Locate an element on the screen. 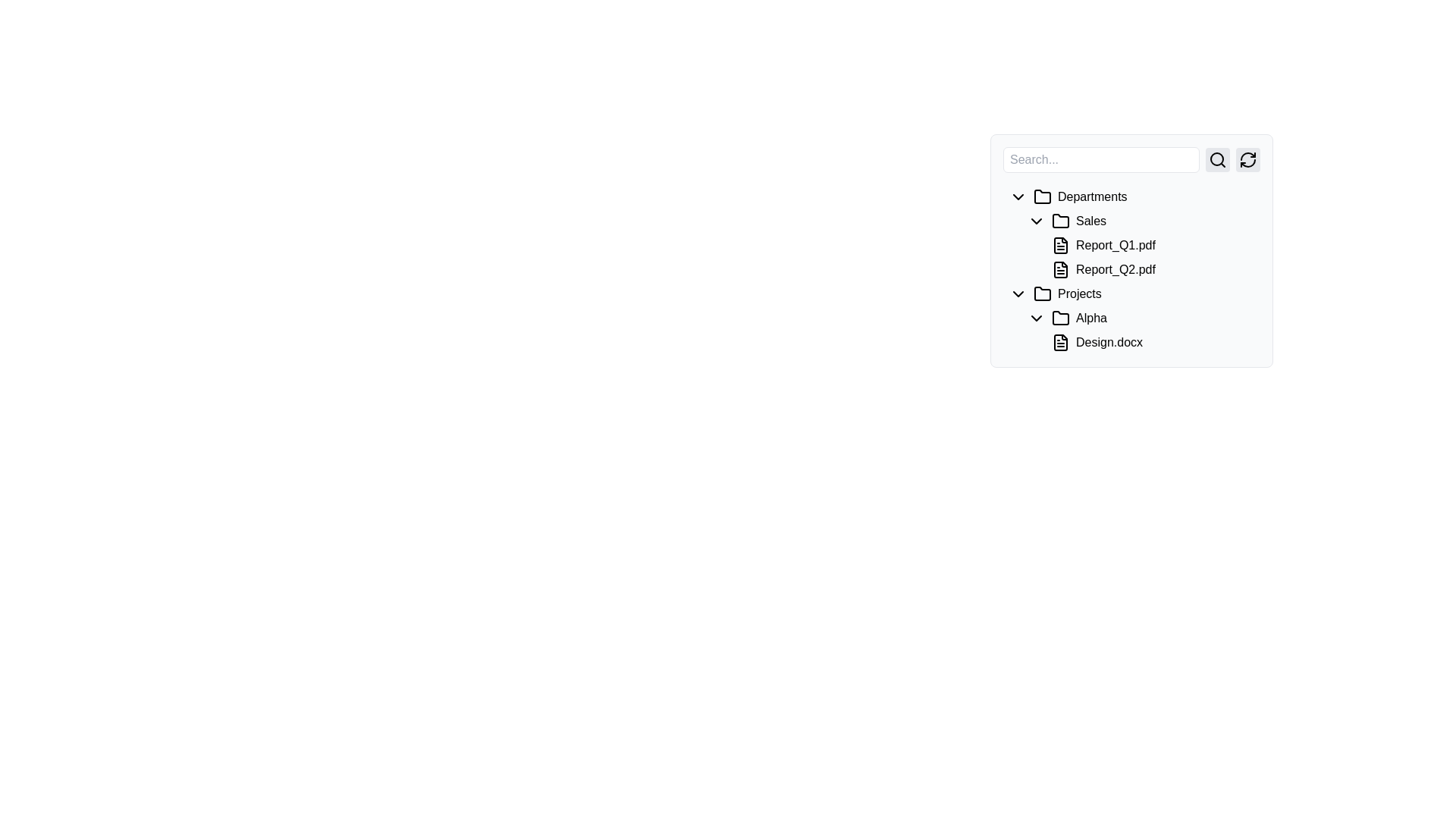 Image resolution: width=1456 pixels, height=819 pixels. the document file icon located next to the label 'Design.docx' is located at coordinates (1059, 342).